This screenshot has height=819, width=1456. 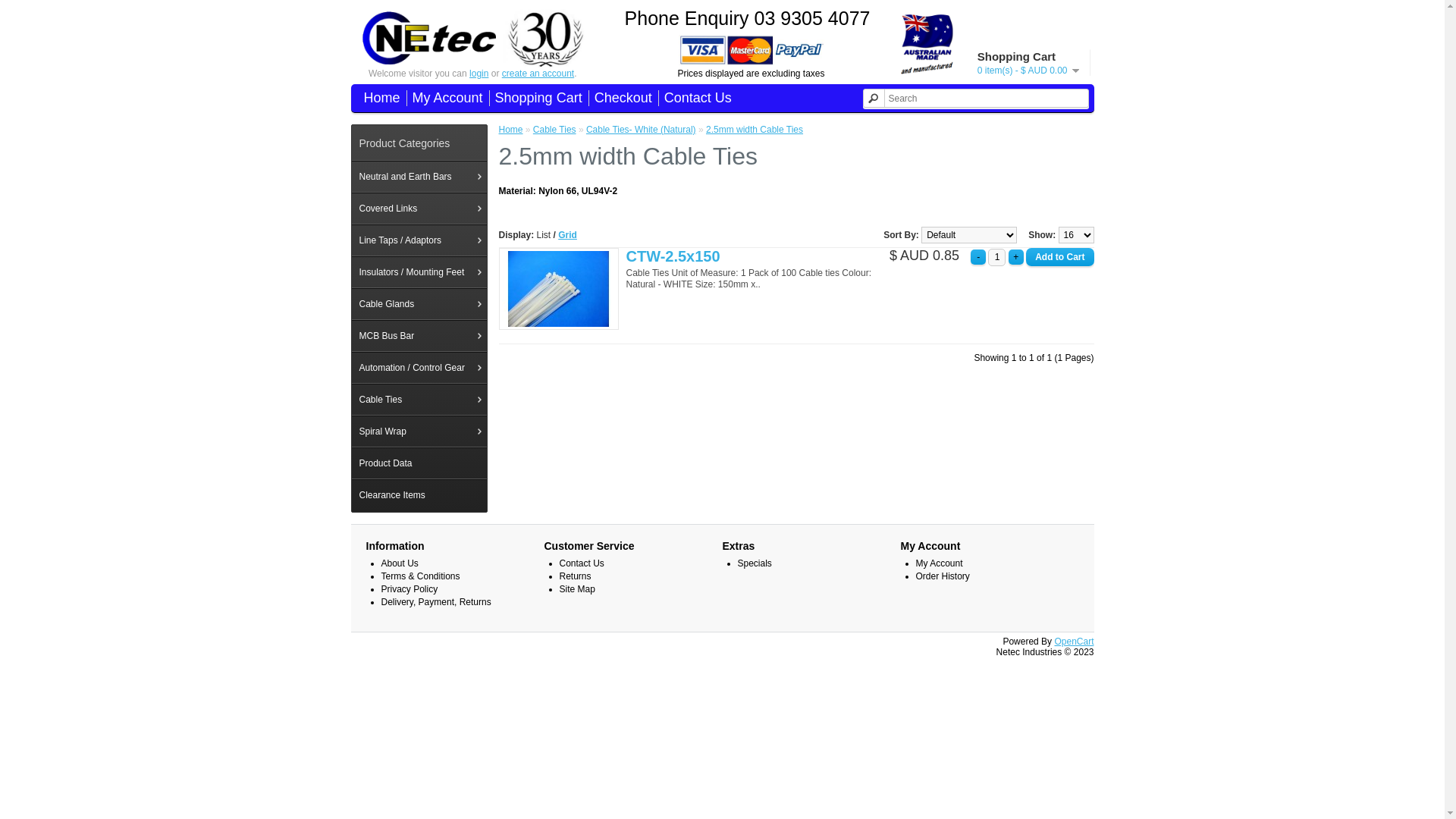 I want to click on 'OpenCart', so click(x=1073, y=641).